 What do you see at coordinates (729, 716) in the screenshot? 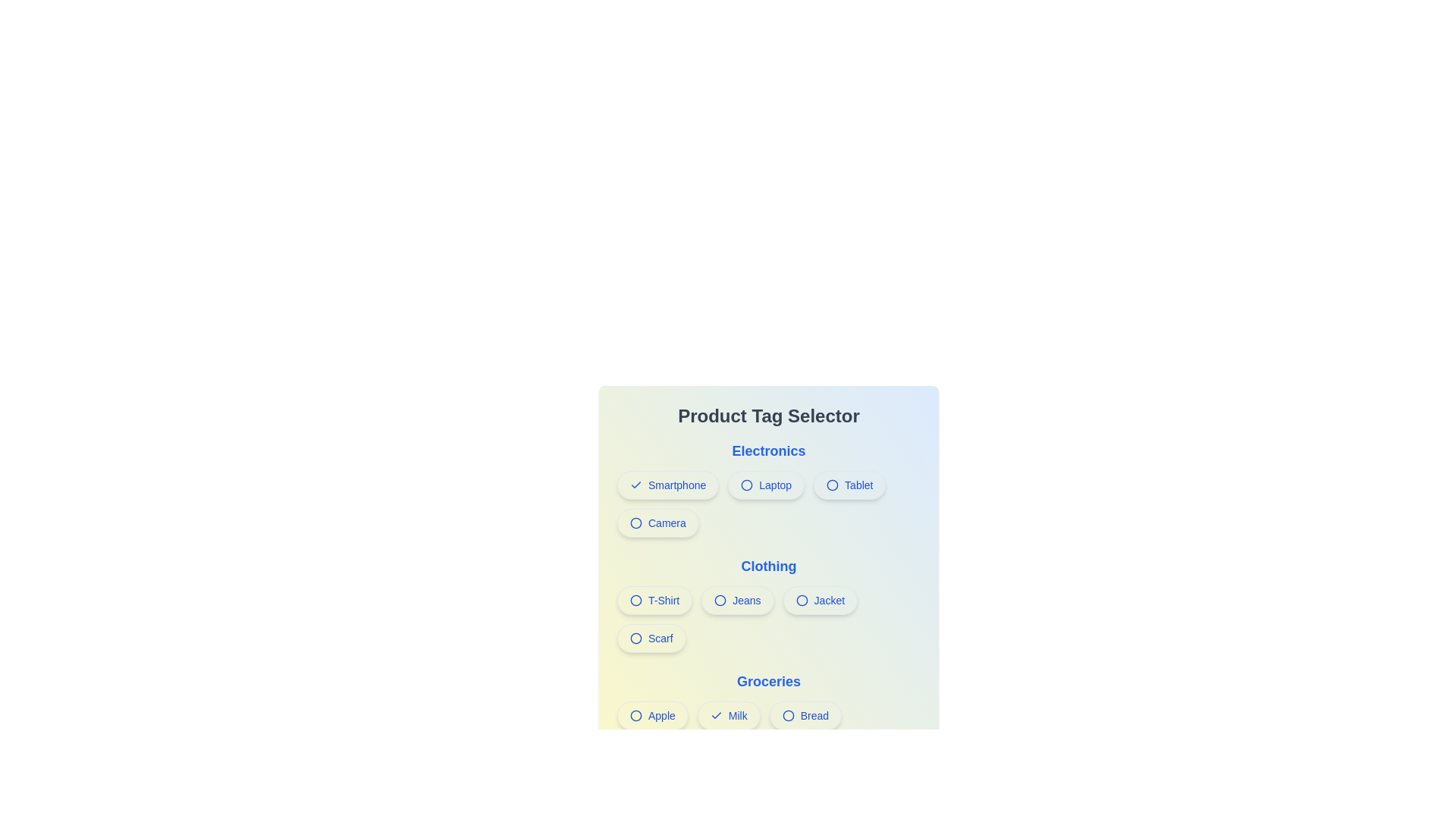
I see `the 'Milk' selectable button with a checkmark icon` at bounding box center [729, 716].